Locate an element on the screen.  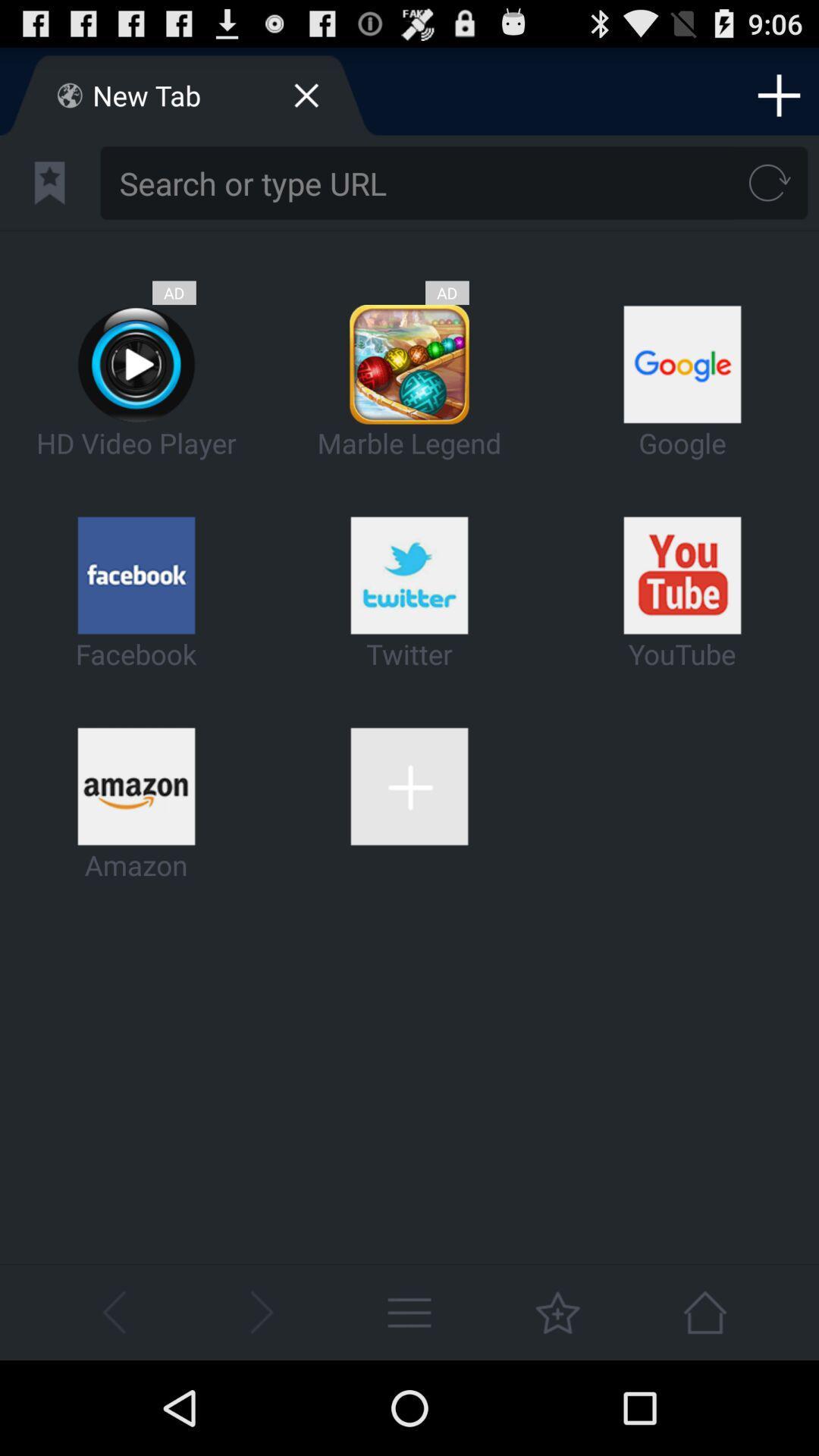
the add icon is located at coordinates (779, 101).